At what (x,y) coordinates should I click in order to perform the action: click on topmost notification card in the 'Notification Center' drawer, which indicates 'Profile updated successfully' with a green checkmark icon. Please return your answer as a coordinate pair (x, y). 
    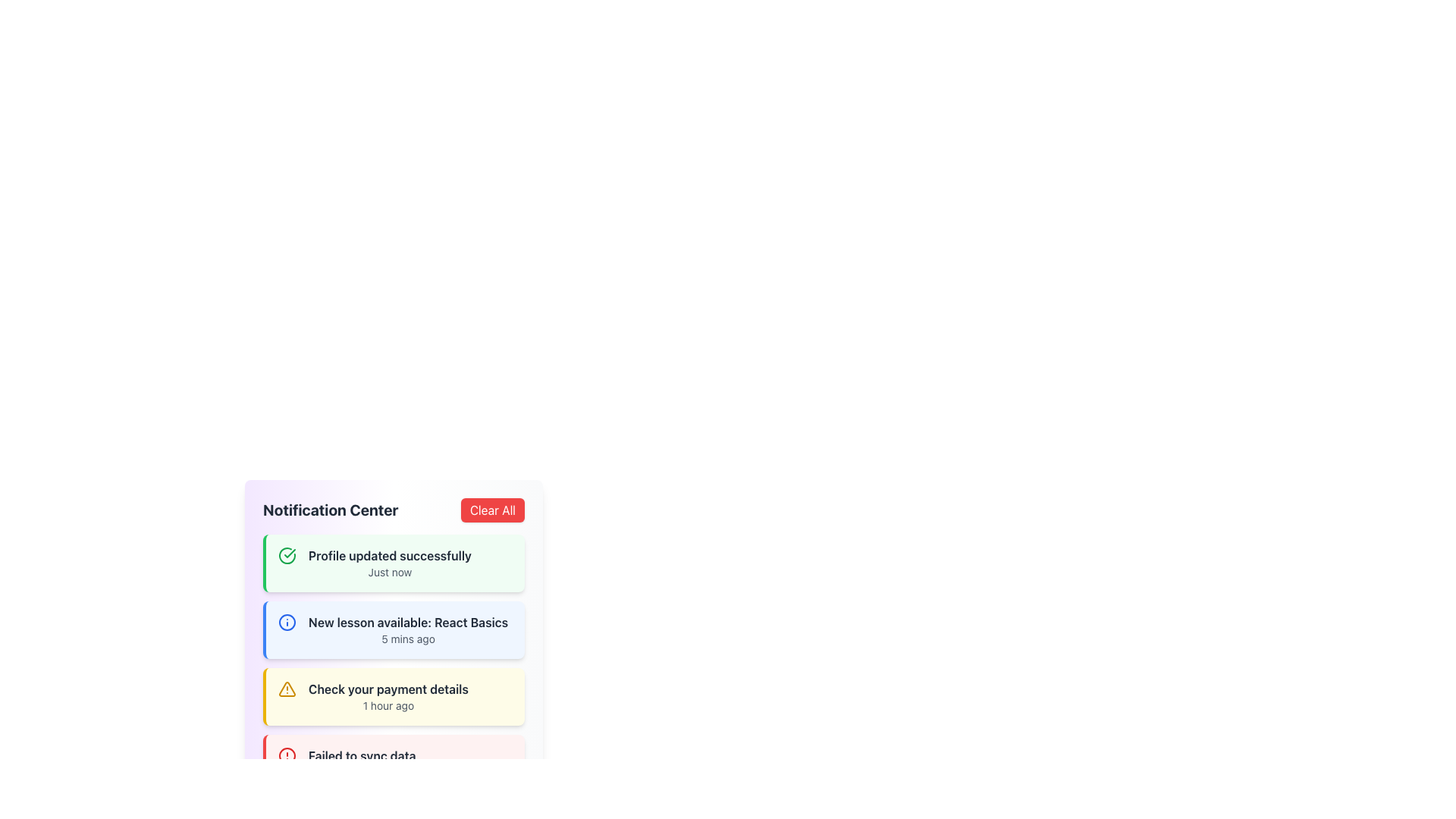
    Looking at the image, I should click on (394, 563).